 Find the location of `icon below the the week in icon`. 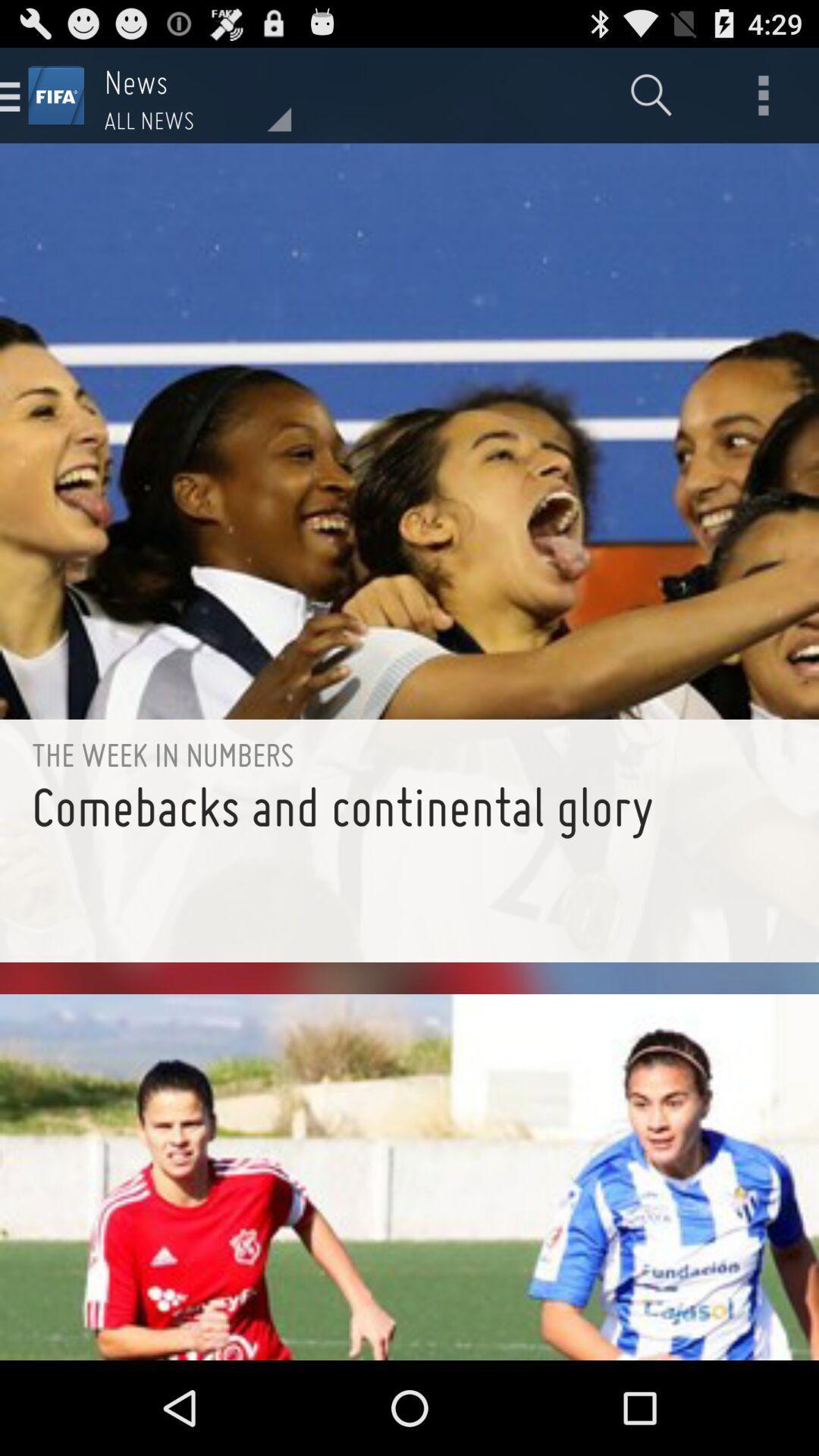

icon below the the week in icon is located at coordinates (409, 868).